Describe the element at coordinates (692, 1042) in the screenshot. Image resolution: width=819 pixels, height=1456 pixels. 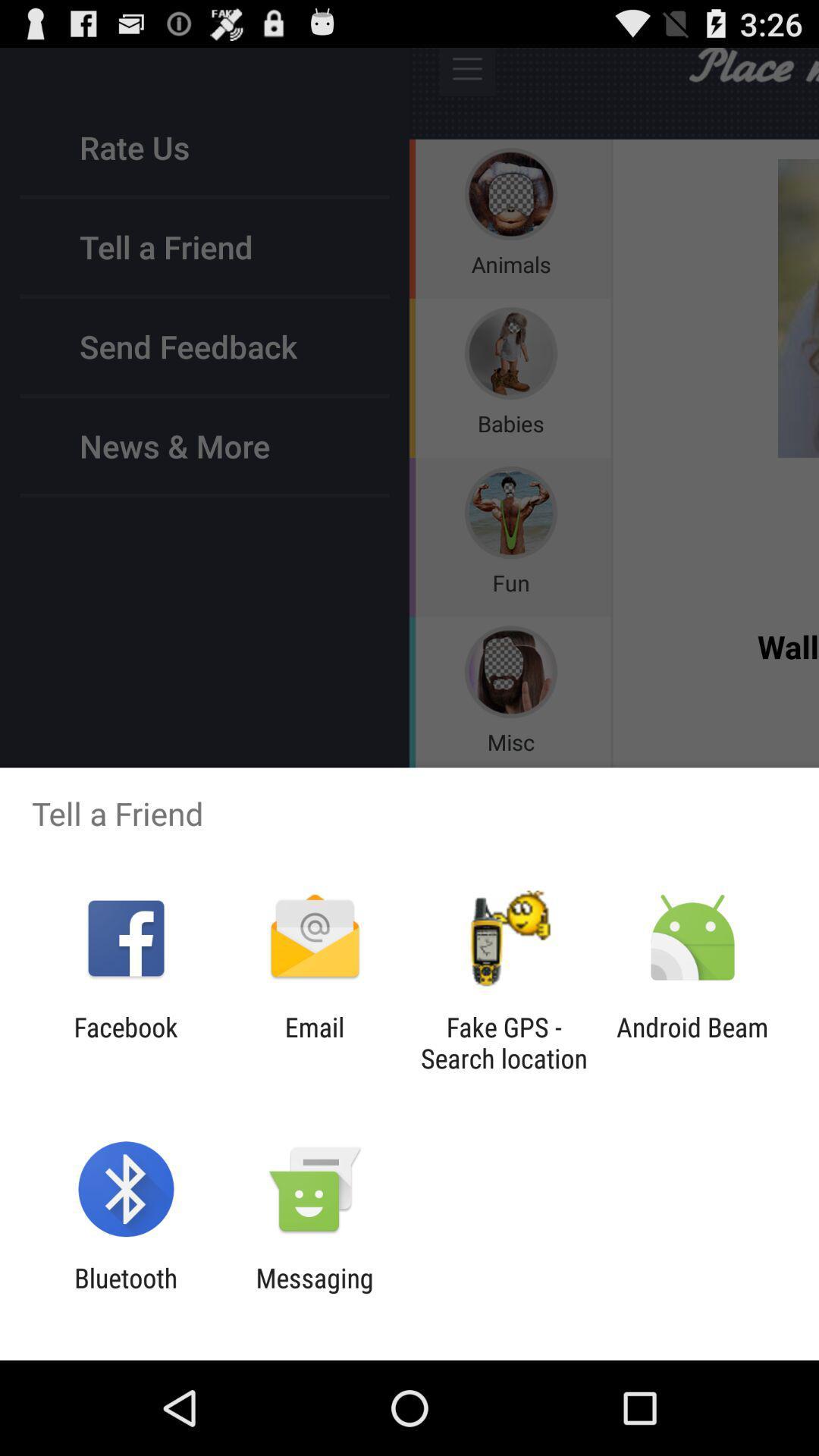
I see `the item to the right of the fake gps search icon` at that location.